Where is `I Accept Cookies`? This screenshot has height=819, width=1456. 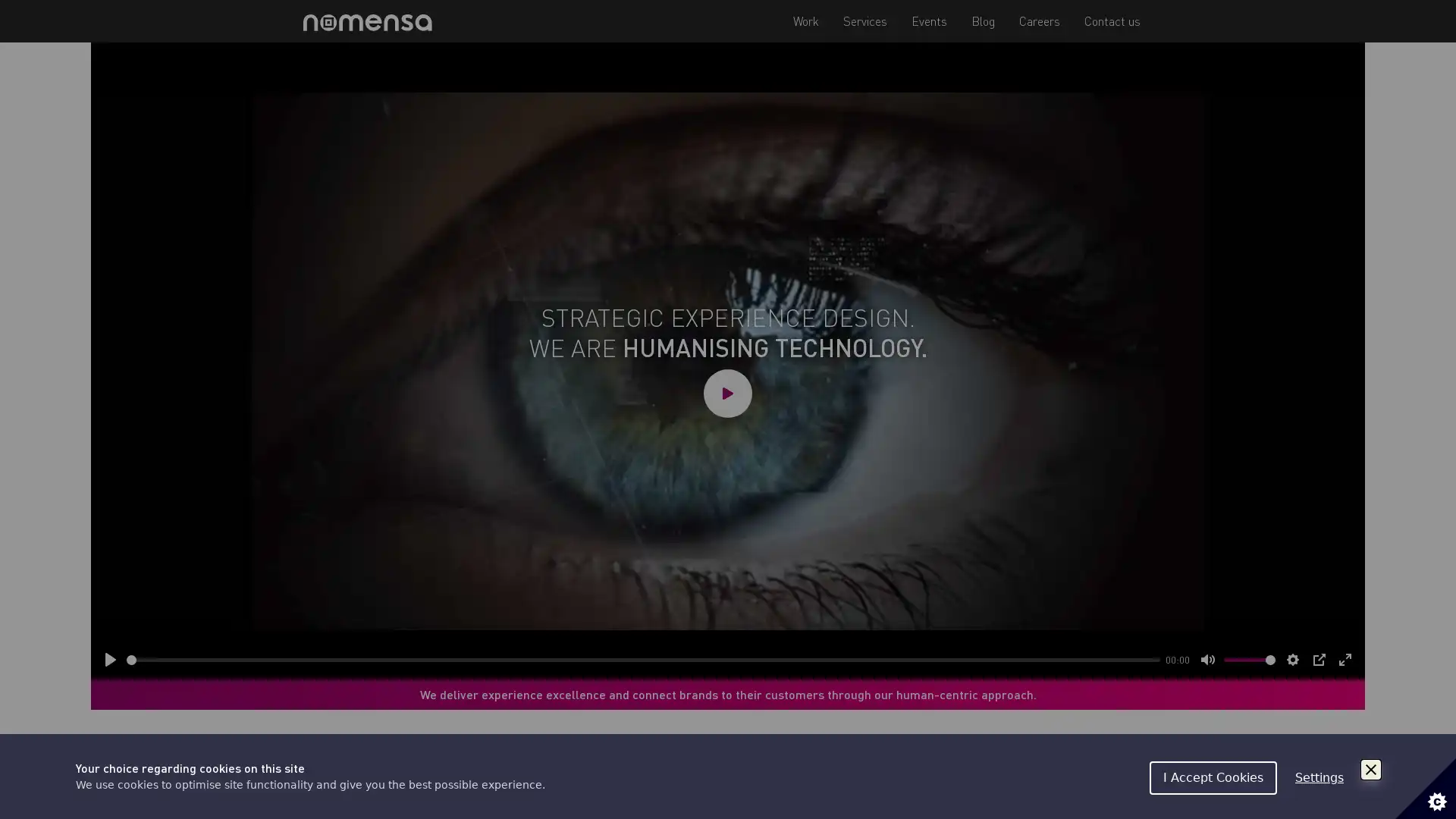 I Accept Cookies is located at coordinates (1212, 778).